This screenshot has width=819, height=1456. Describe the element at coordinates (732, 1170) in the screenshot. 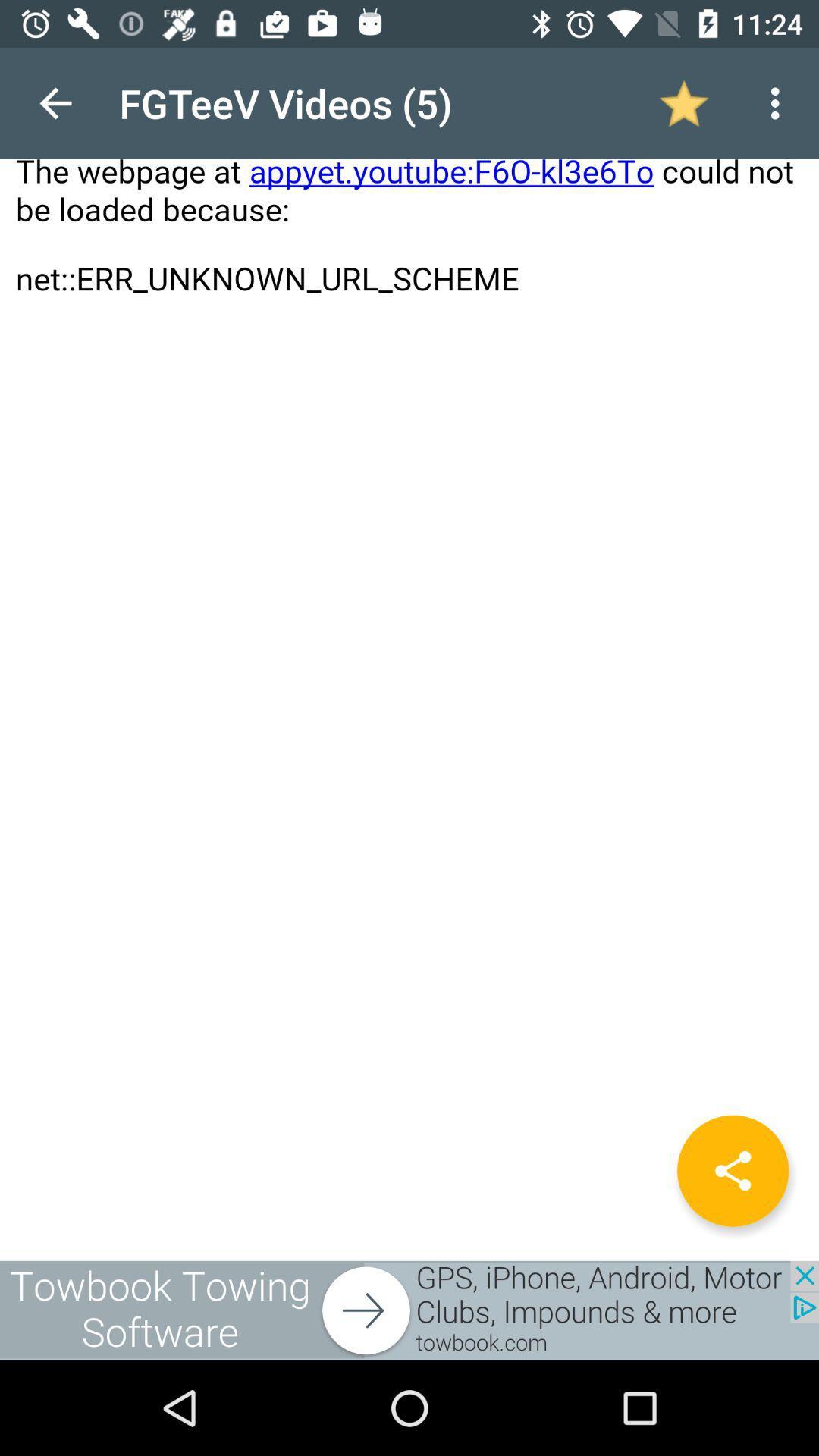

I see `the share icon` at that location.